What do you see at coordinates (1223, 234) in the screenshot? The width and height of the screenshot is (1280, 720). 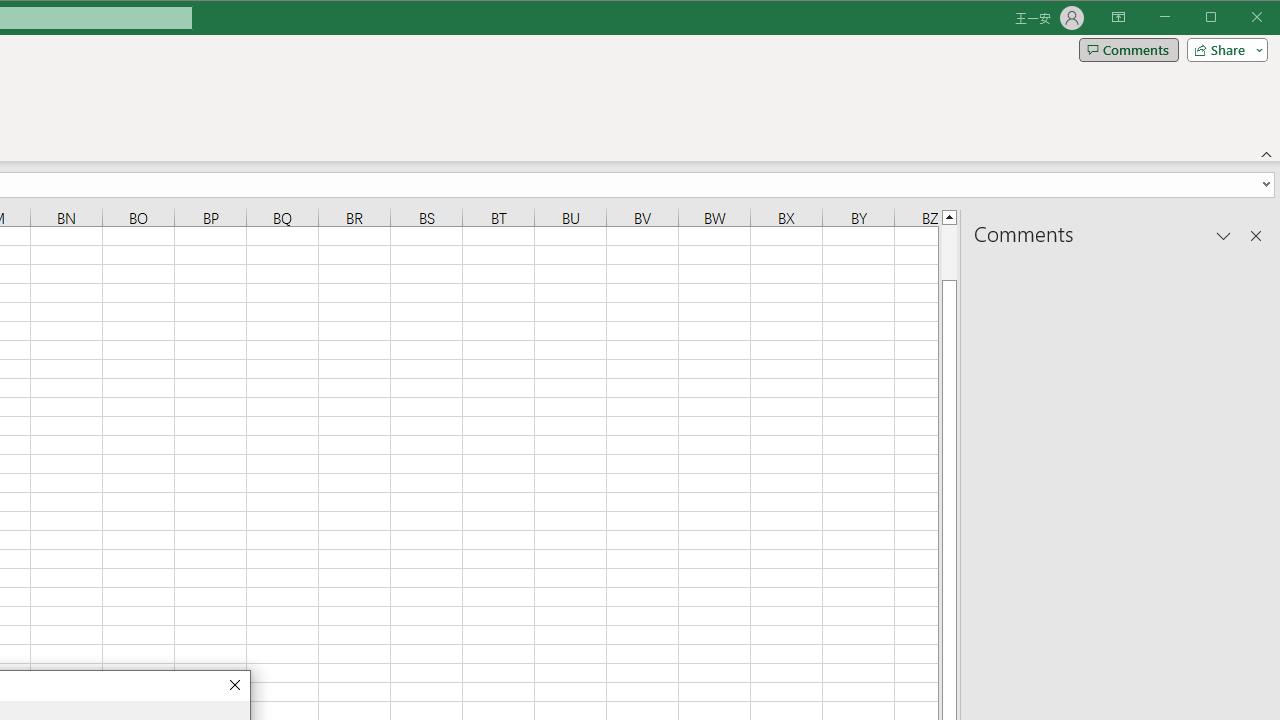 I see `'Task Pane Options'` at bounding box center [1223, 234].